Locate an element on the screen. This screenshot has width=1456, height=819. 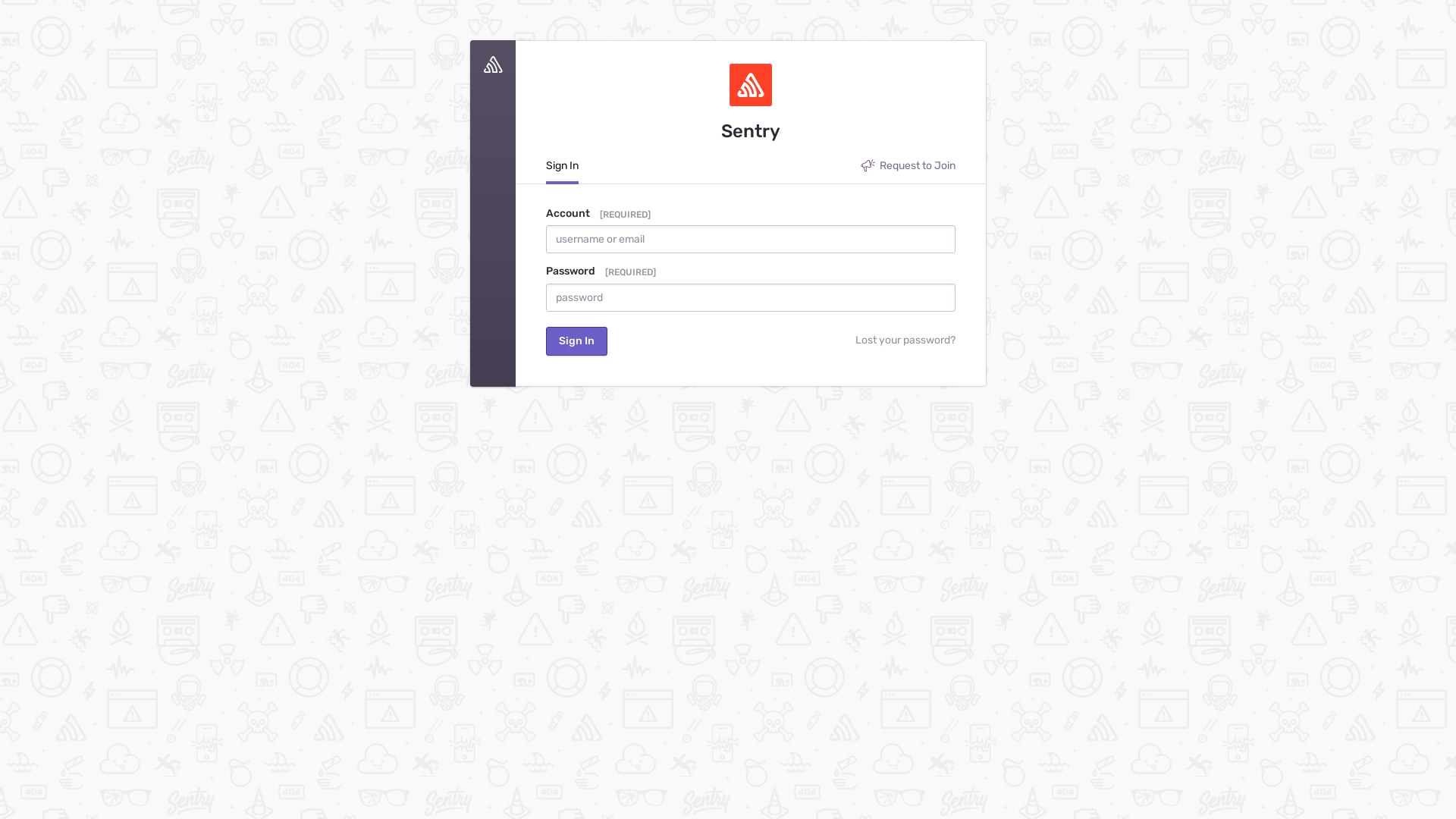
'Lost your password?' is located at coordinates (783, 341).